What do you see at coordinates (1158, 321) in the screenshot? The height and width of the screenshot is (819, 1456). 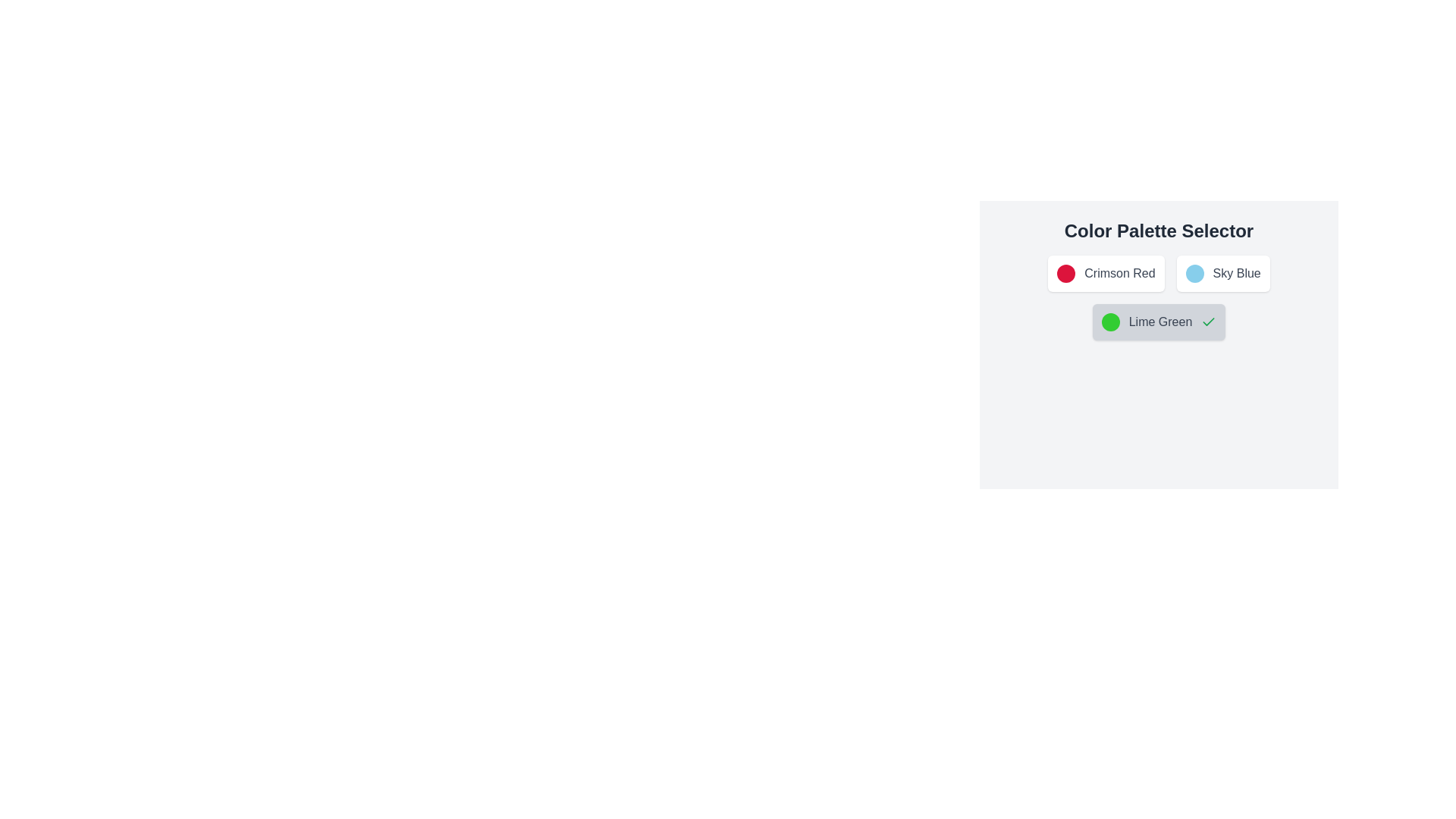 I see `the color palette item corresponding to Lime Green to toggle its selection state` at bounding box center [1158, 321].